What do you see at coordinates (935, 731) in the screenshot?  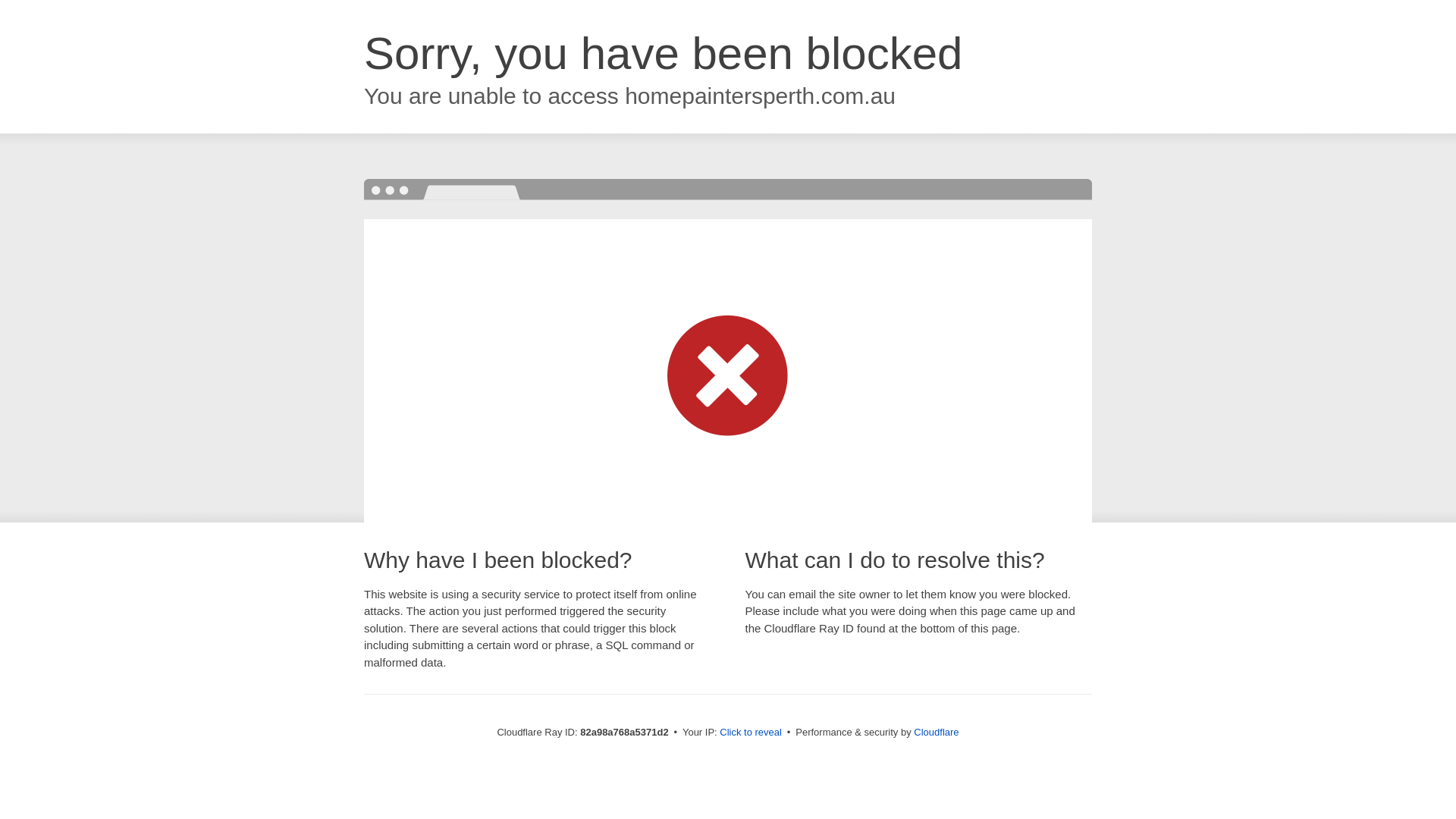 I see `'Cloudflare'` at bounding box center [935, 731].